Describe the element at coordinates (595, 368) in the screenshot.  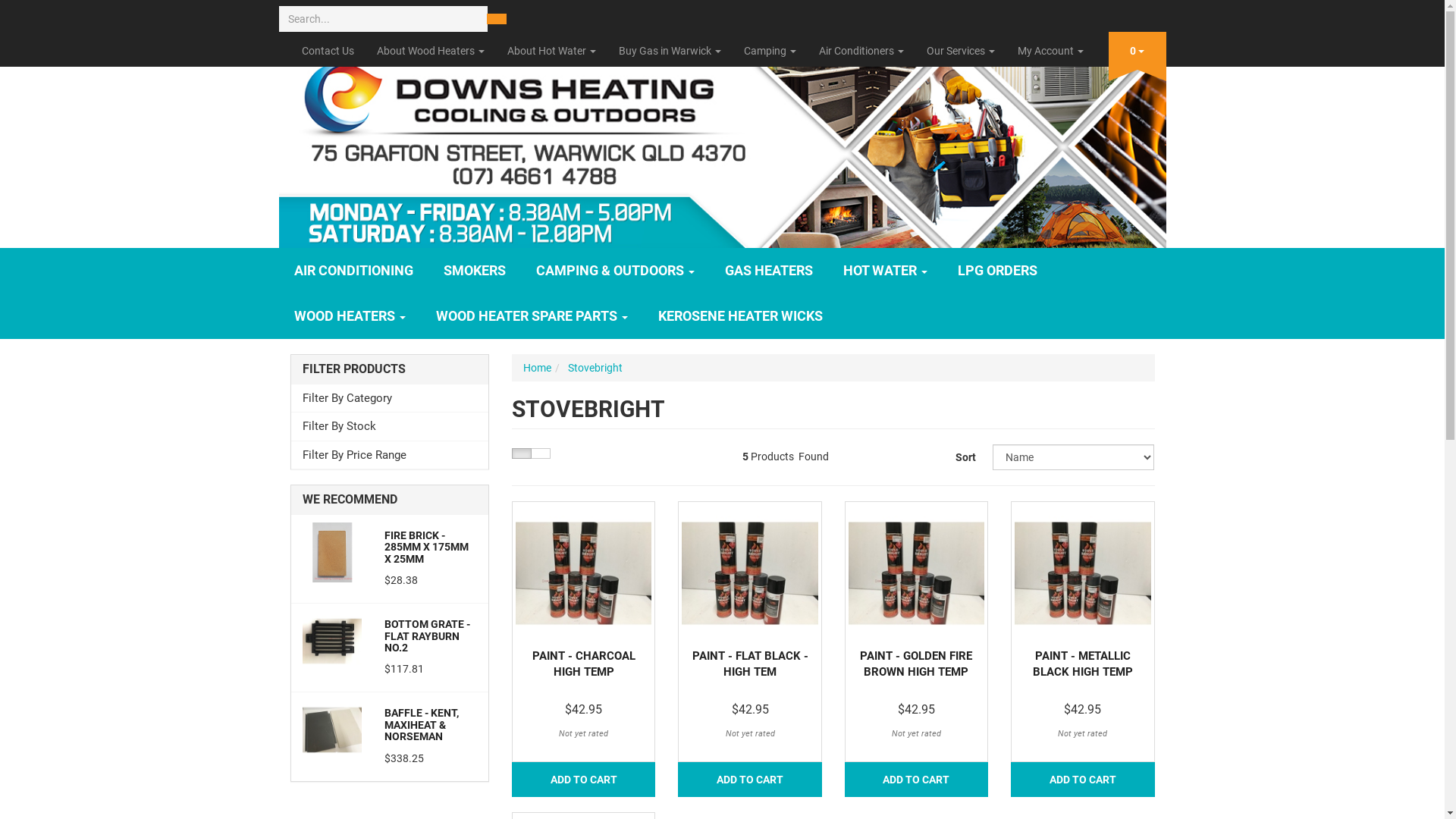
I see `'Stovebright'` at that location.